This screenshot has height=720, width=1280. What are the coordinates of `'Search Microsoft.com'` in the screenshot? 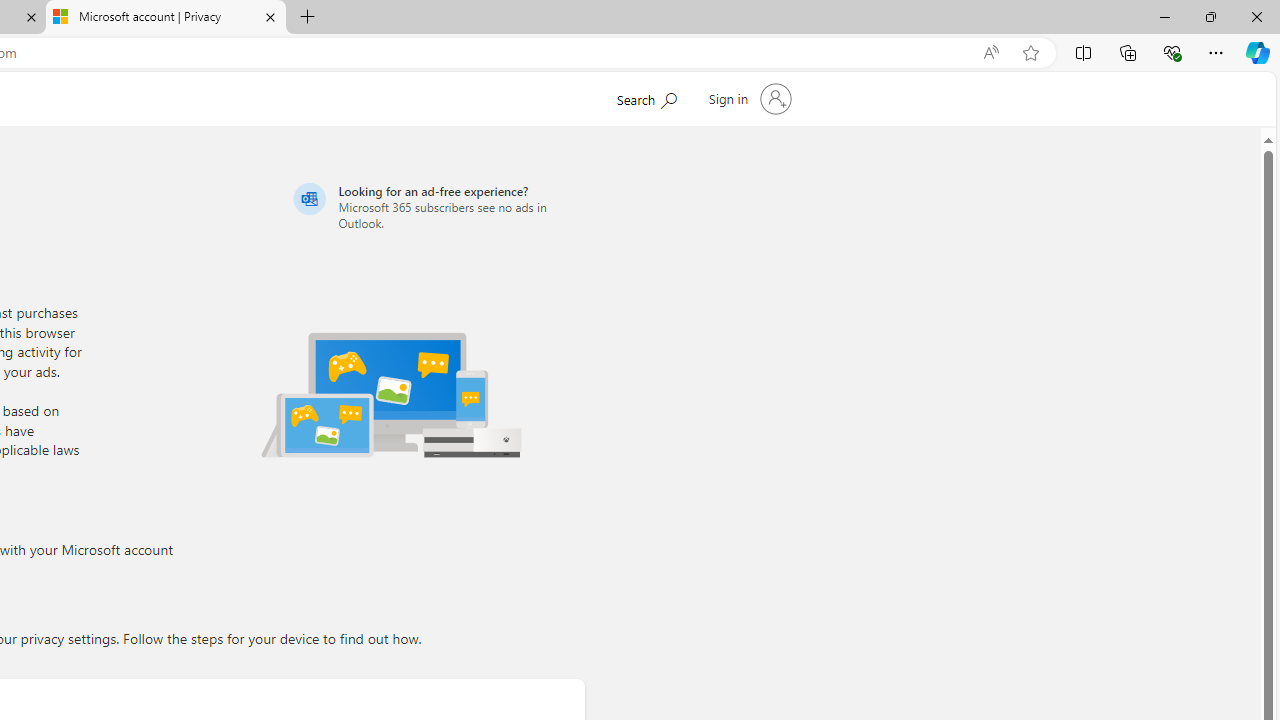 It's located at (646, 97).